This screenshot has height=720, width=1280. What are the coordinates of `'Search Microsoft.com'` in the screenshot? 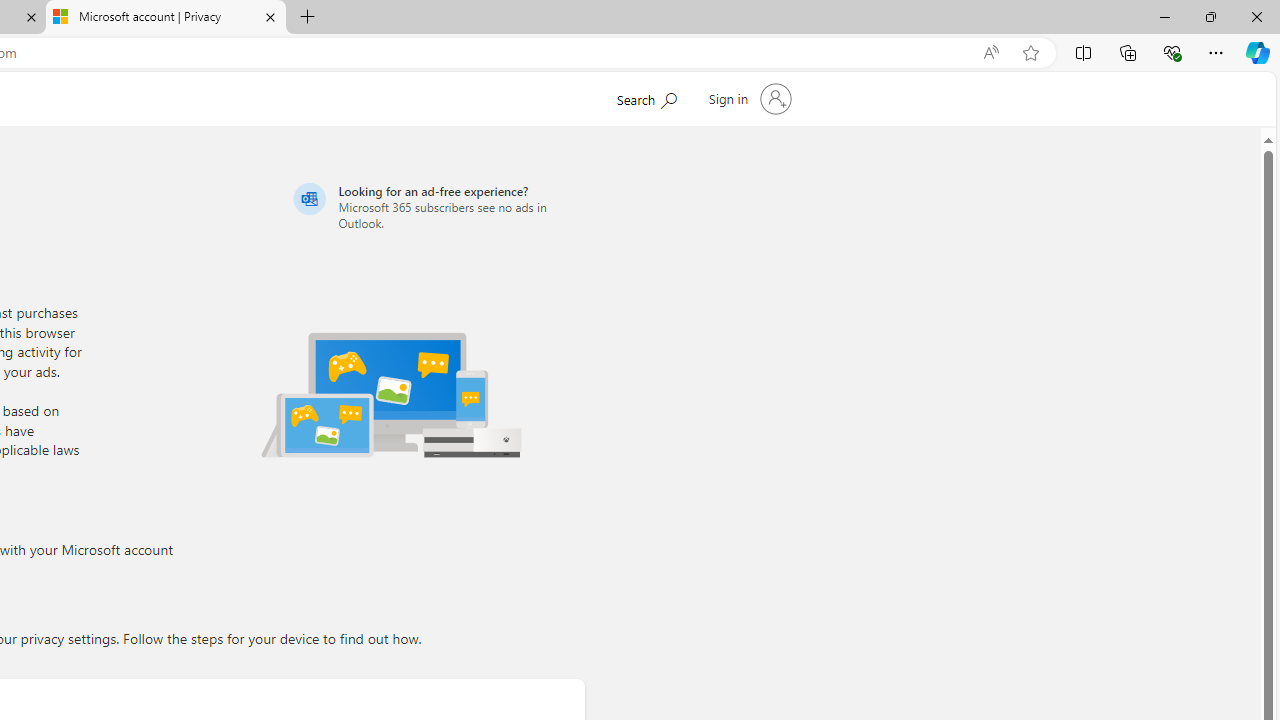 It's located at (646, 97).